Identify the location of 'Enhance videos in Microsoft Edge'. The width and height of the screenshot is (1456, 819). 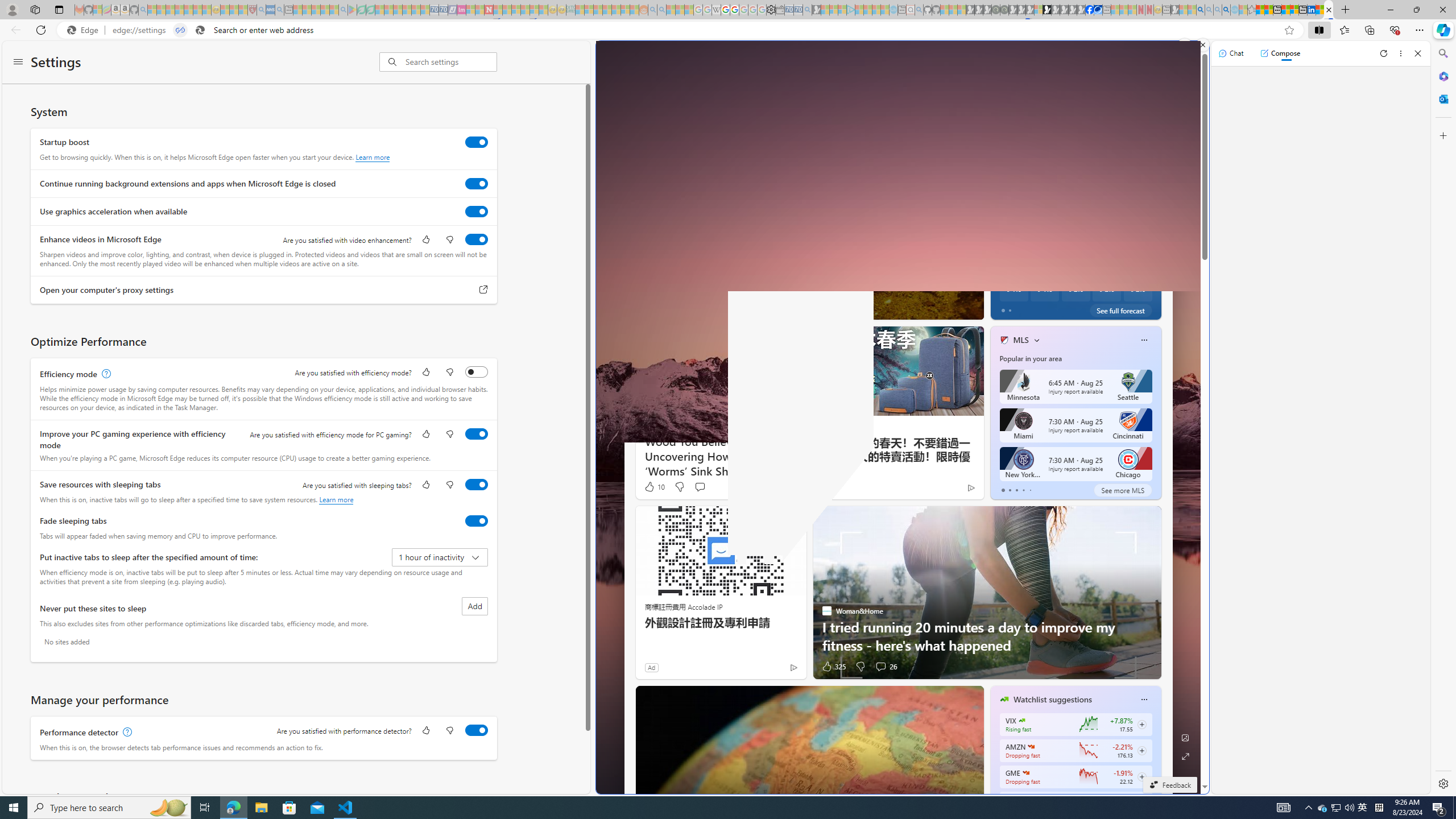
(476, 239).